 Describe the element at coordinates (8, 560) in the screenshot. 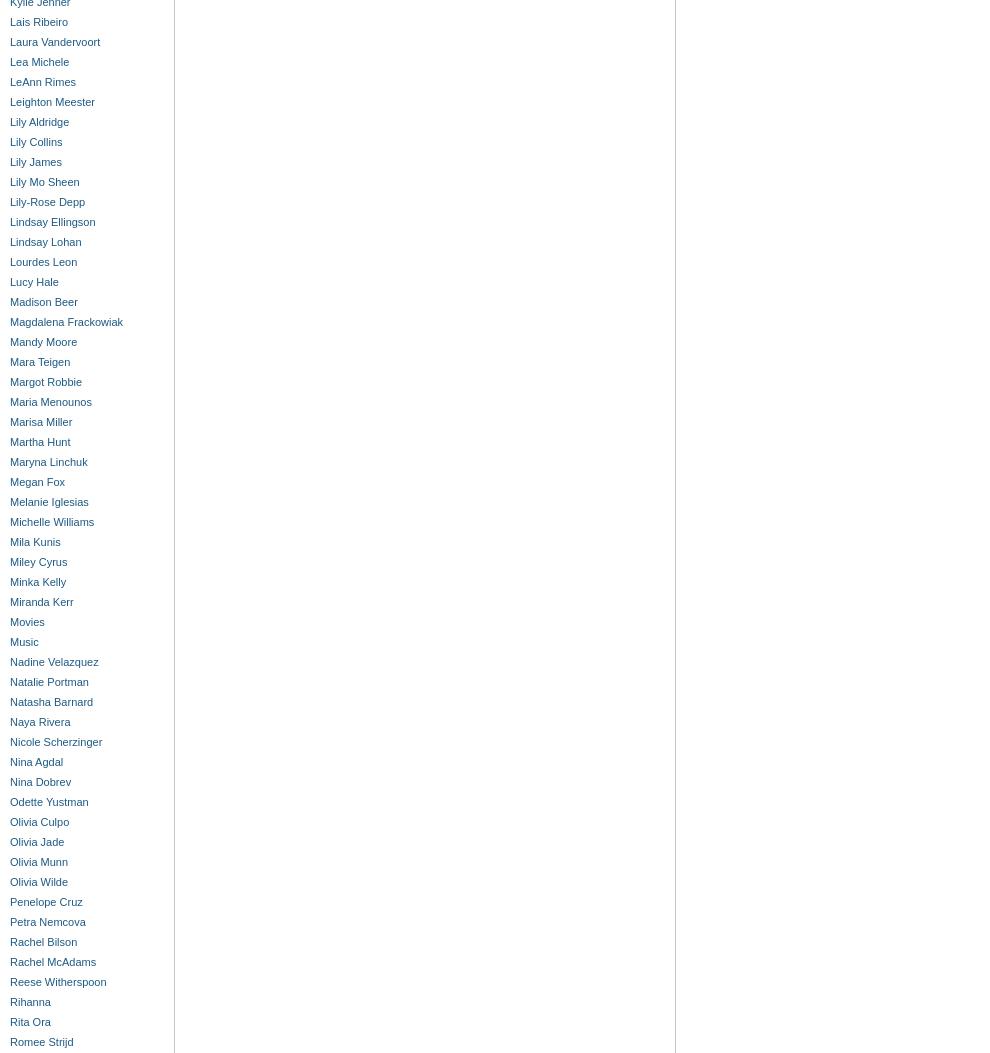

I see `'Miley Cyrus'` at that location.